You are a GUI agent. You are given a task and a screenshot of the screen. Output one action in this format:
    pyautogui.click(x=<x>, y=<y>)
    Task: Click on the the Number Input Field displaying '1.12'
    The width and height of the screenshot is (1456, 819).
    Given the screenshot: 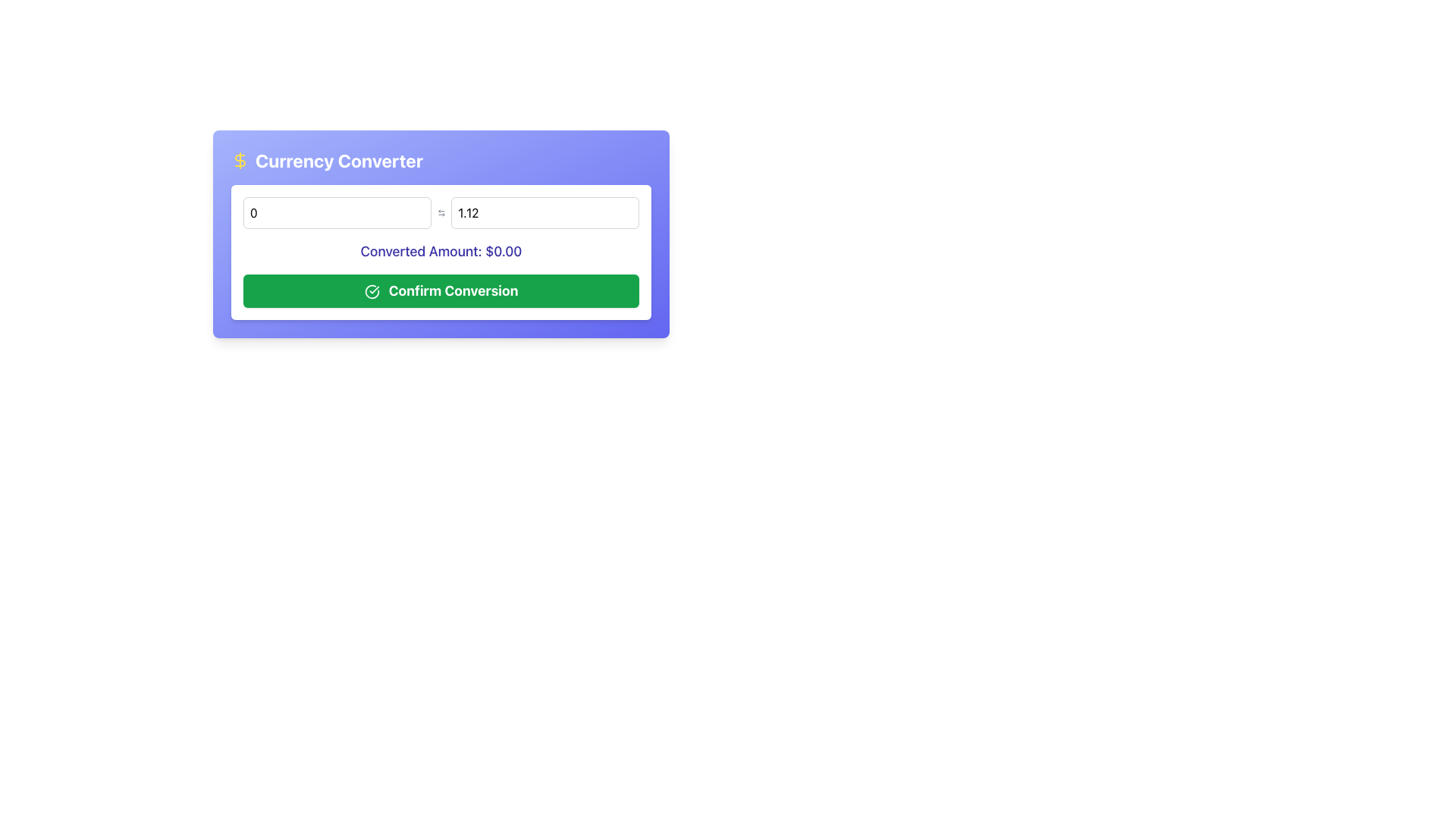 What is the action you would take?
    pyautogui.click(x=545, y=213)
    